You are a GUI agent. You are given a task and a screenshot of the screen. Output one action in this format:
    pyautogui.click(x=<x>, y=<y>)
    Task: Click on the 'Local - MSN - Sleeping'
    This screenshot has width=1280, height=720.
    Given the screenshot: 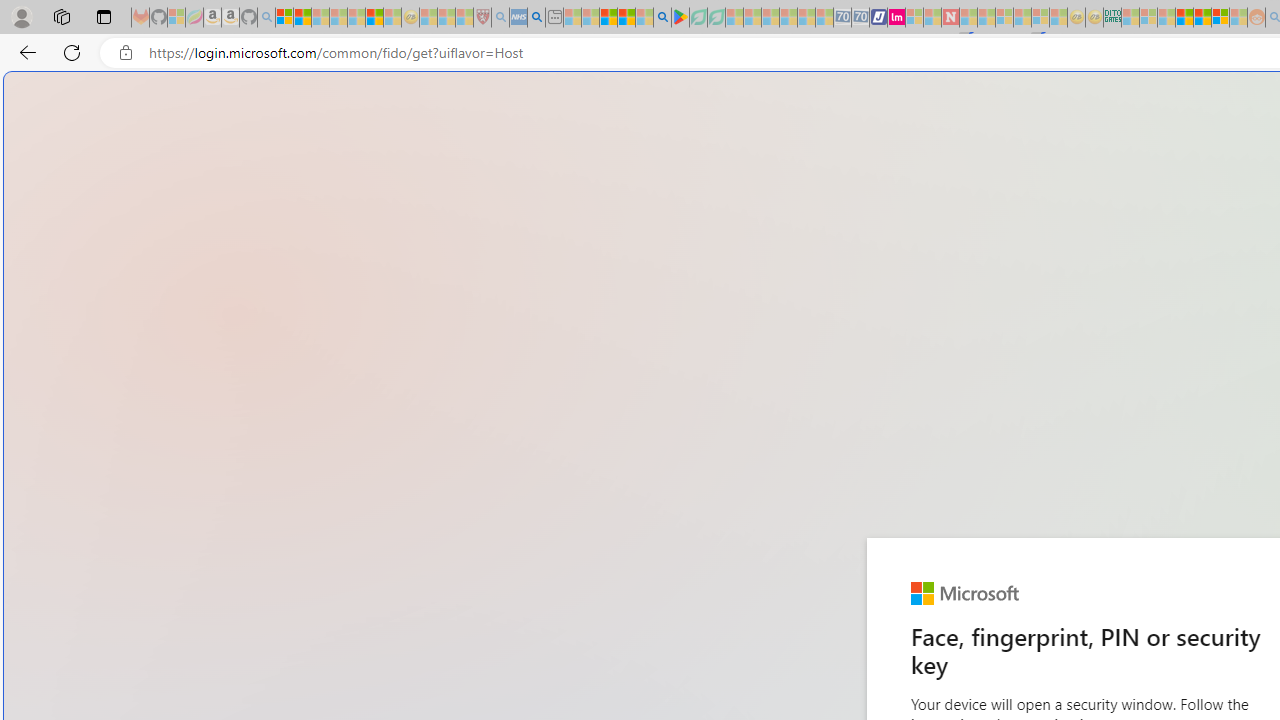 What is the action you would take?
    pyautogui.click(x=463, y=17)
    